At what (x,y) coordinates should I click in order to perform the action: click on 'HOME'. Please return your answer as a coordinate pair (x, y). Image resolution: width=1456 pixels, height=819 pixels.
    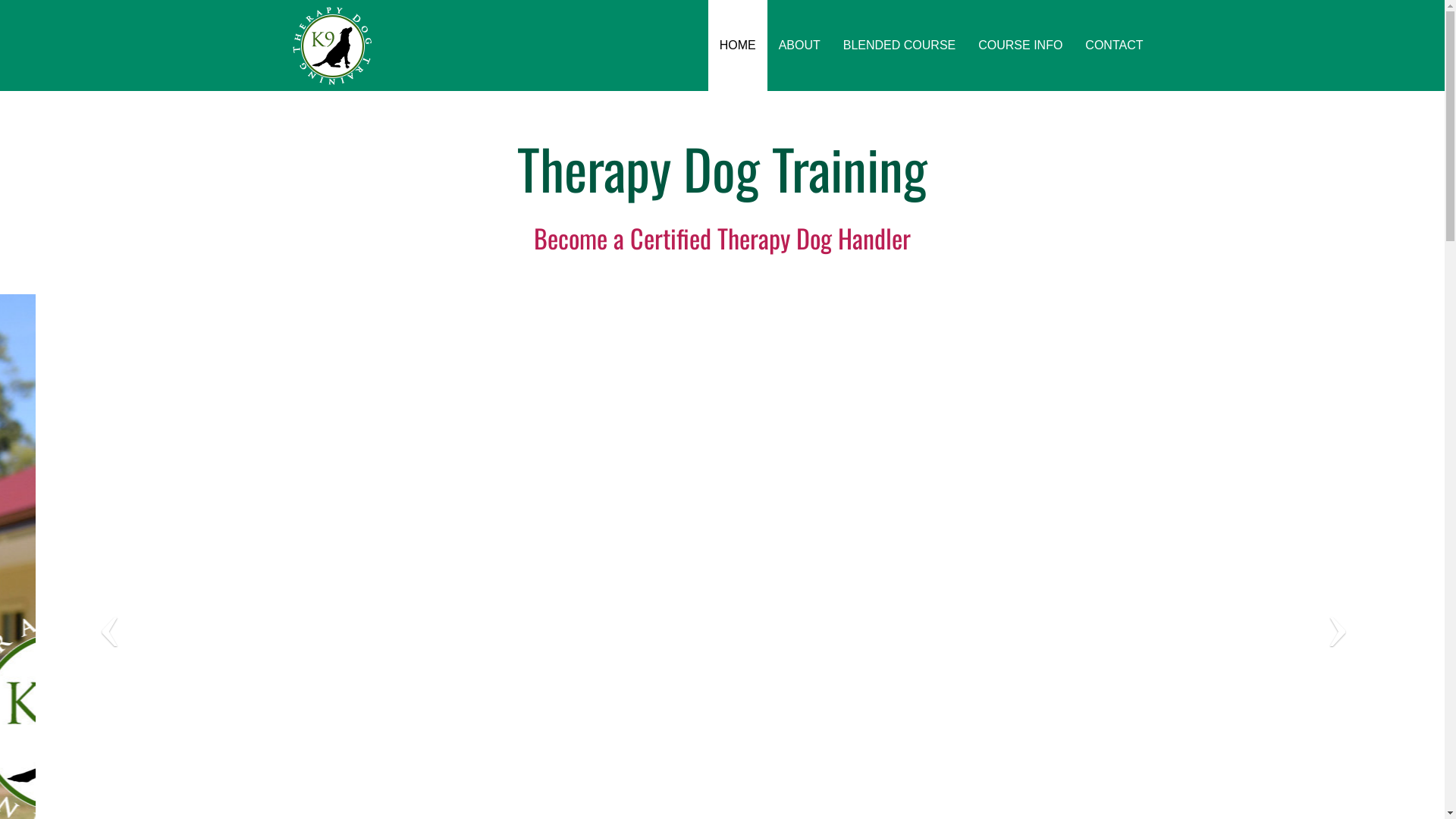
    Looking at the image, I should click on (738, 45).